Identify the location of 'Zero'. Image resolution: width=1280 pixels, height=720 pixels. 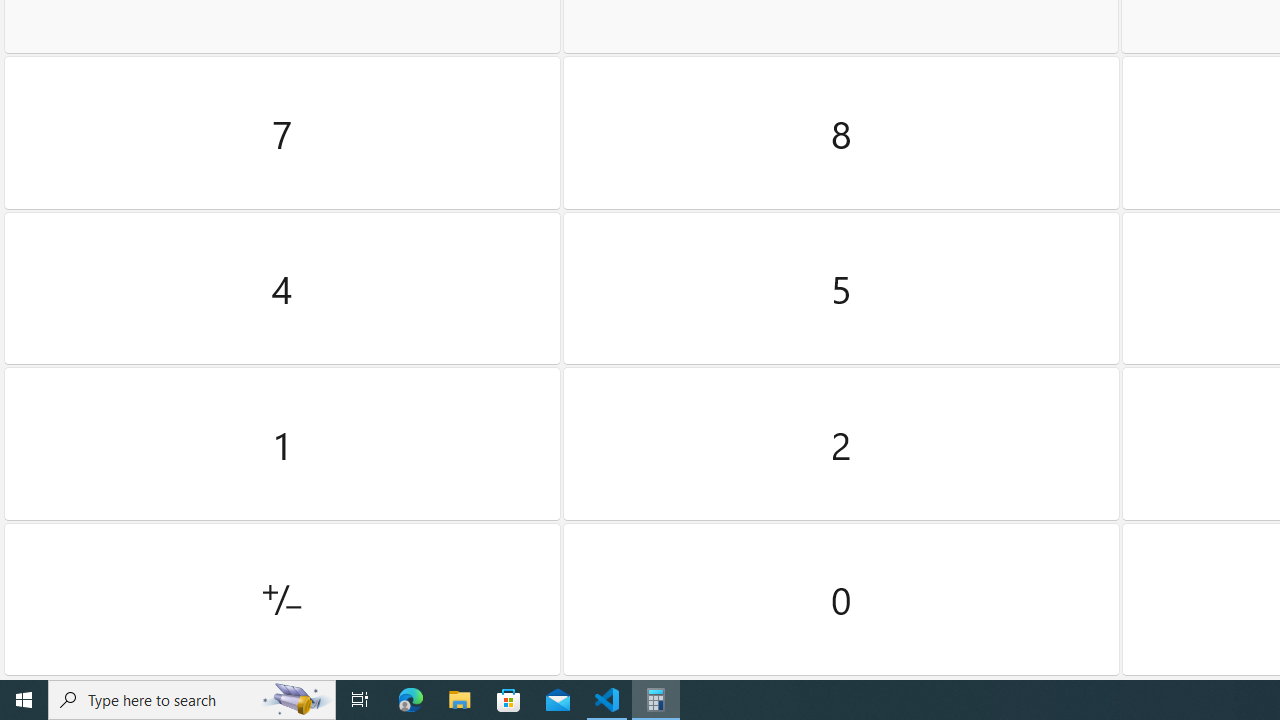
(841, 598).